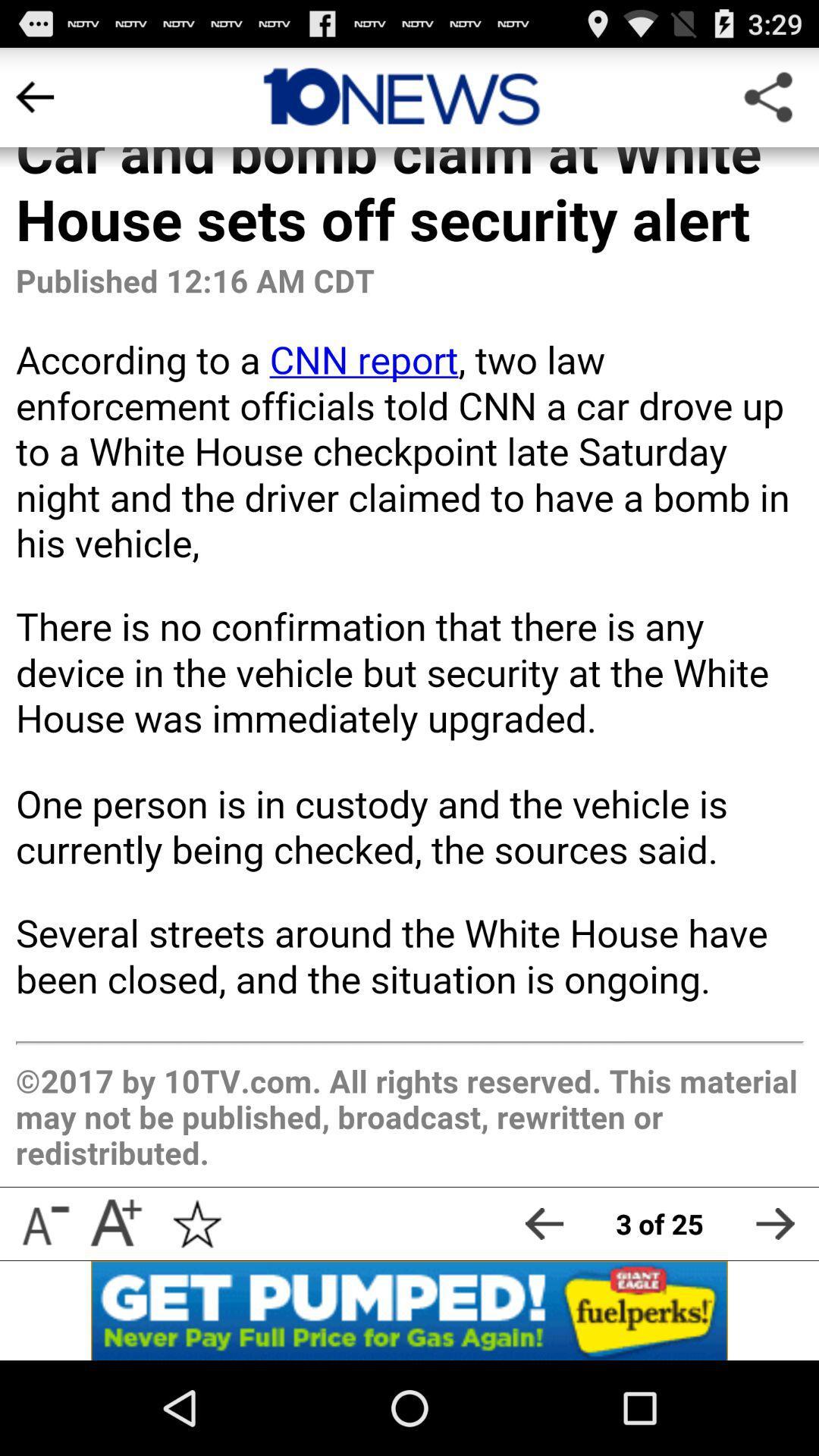 This screenshot has width=819, height=1456. What do you see at coordinates (543, 1223) in the screenshot?
I see `go back` at bounding box center [543, 1223].